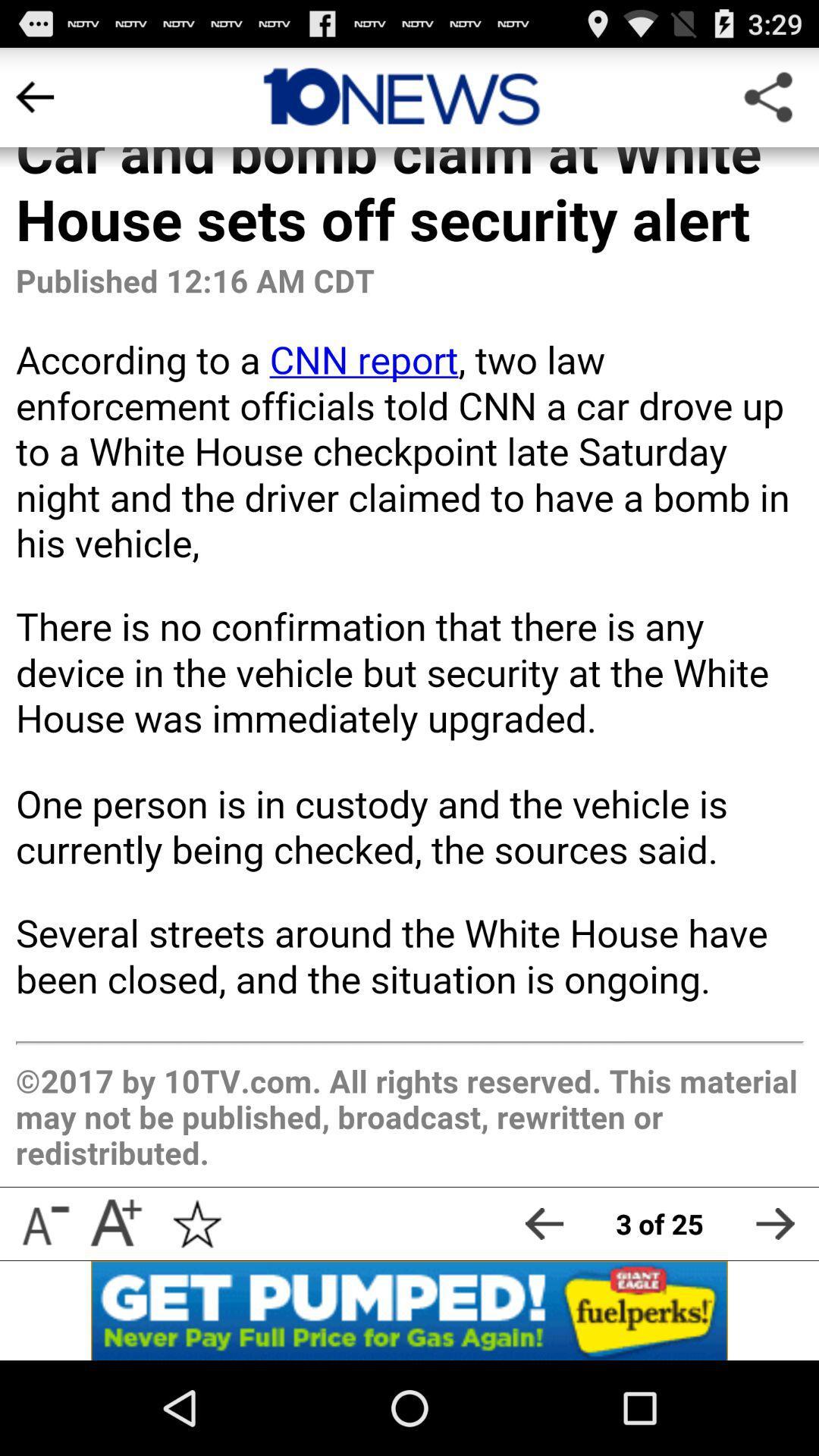 This screenshot has width=819, height=1456. What do you see at coordinates (543, 1223) in the screenshot?
I see `go back` at bounding box center [543, 1223].